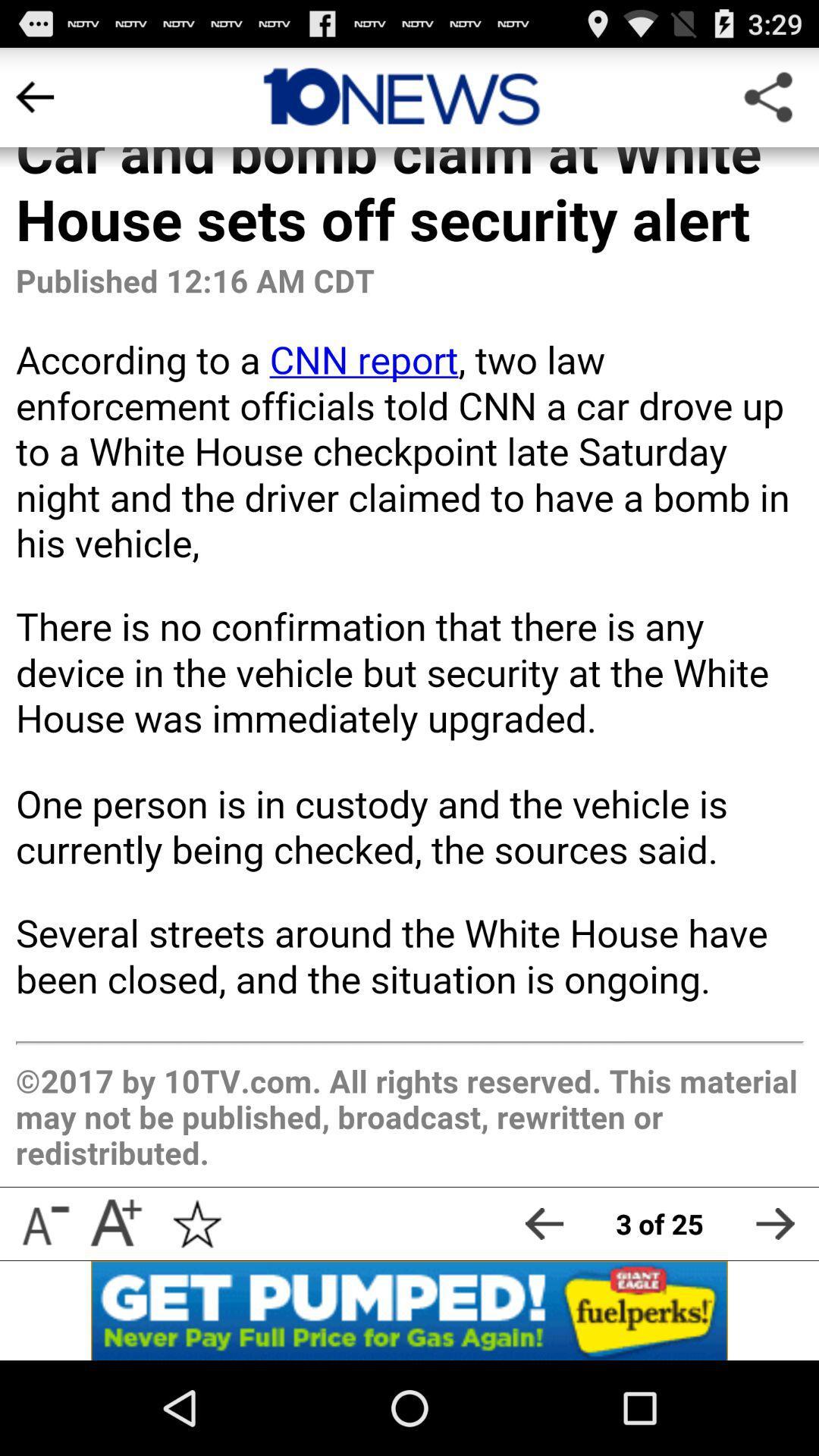 This screenshot has width=819, height=1456. What do you see at coordinates (543, 1223) in the screenshot?
I see `go back` at bounding box center [543, 1223].